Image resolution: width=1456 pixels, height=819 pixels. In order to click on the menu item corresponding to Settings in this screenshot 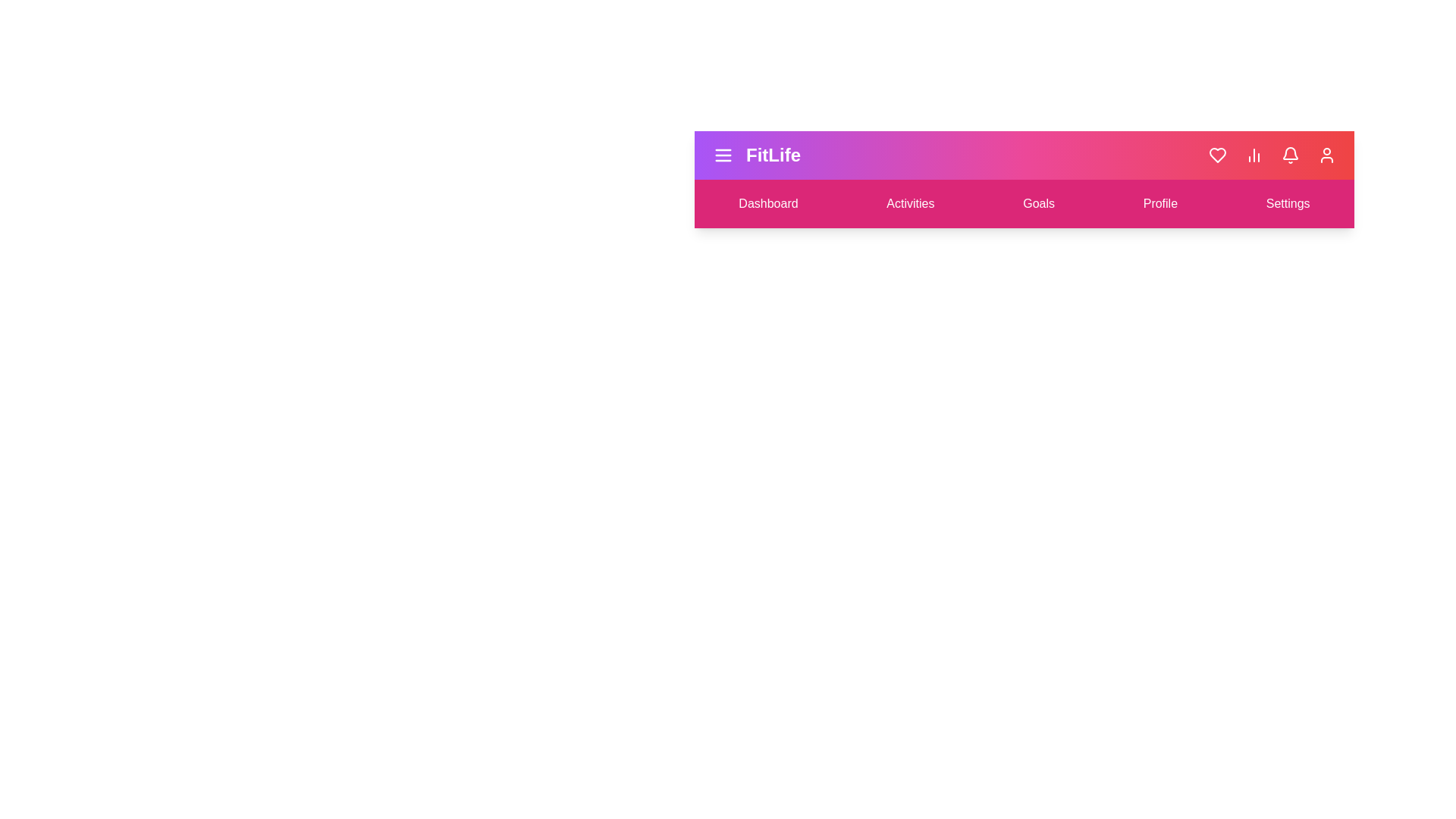, I will do `click(1287, 203)`.